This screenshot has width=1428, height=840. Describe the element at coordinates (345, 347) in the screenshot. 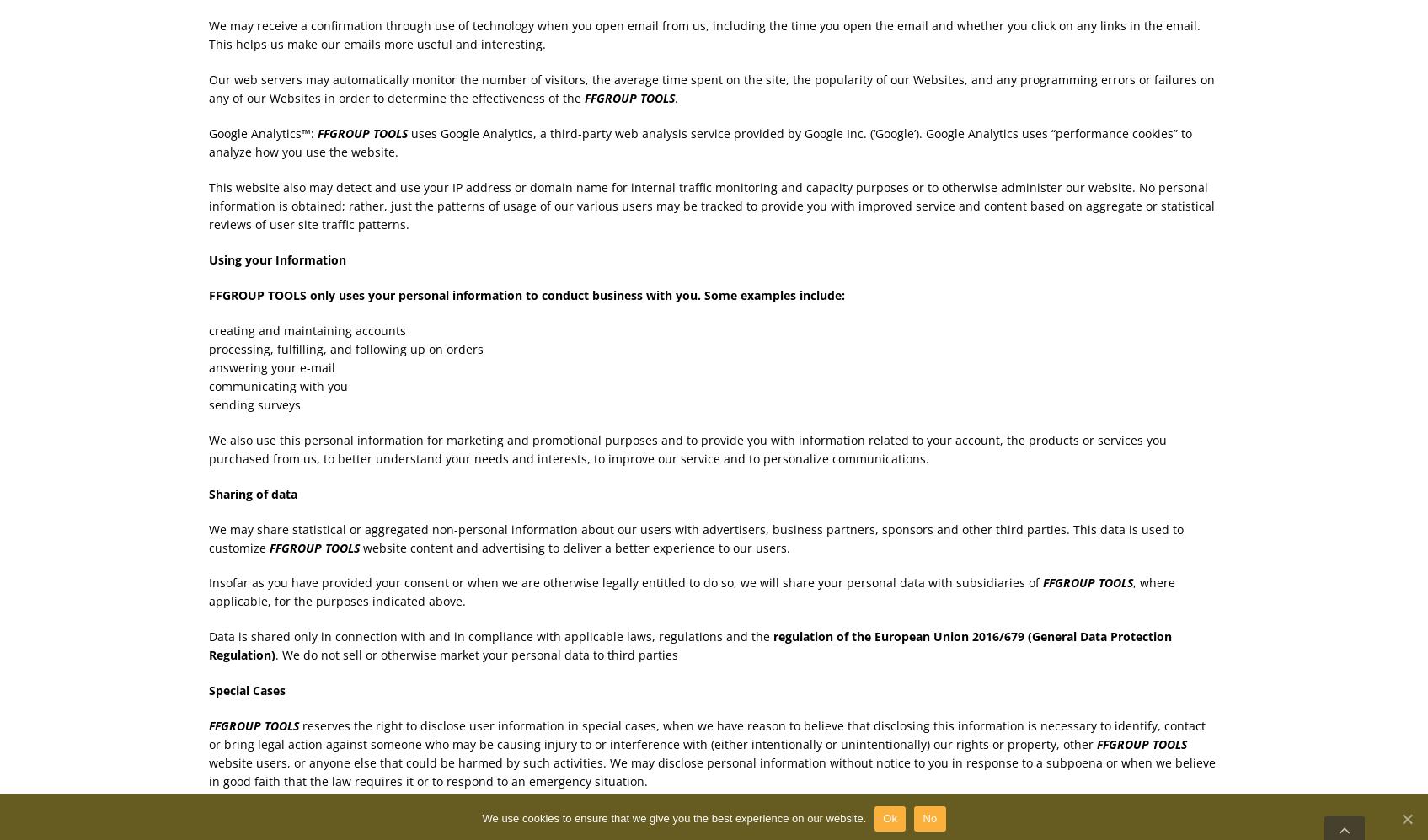

I see `'processing, fulfilling, and following up on orders'` at that location.